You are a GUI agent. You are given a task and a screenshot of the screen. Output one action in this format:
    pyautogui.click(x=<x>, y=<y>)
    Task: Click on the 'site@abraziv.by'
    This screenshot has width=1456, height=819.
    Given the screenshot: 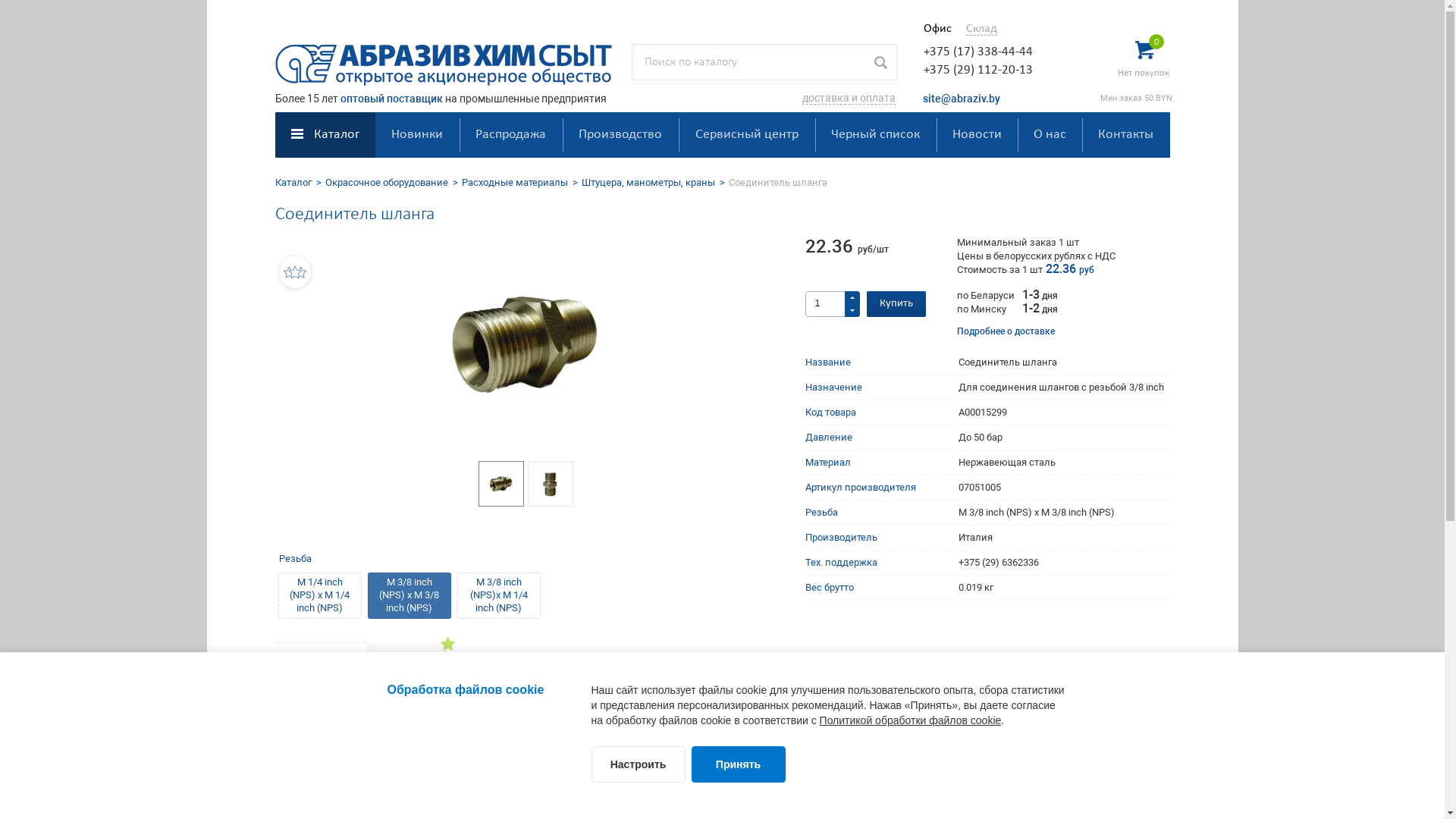 What is the action you would take?
    pyautogui.click(x=921, y=99)
    